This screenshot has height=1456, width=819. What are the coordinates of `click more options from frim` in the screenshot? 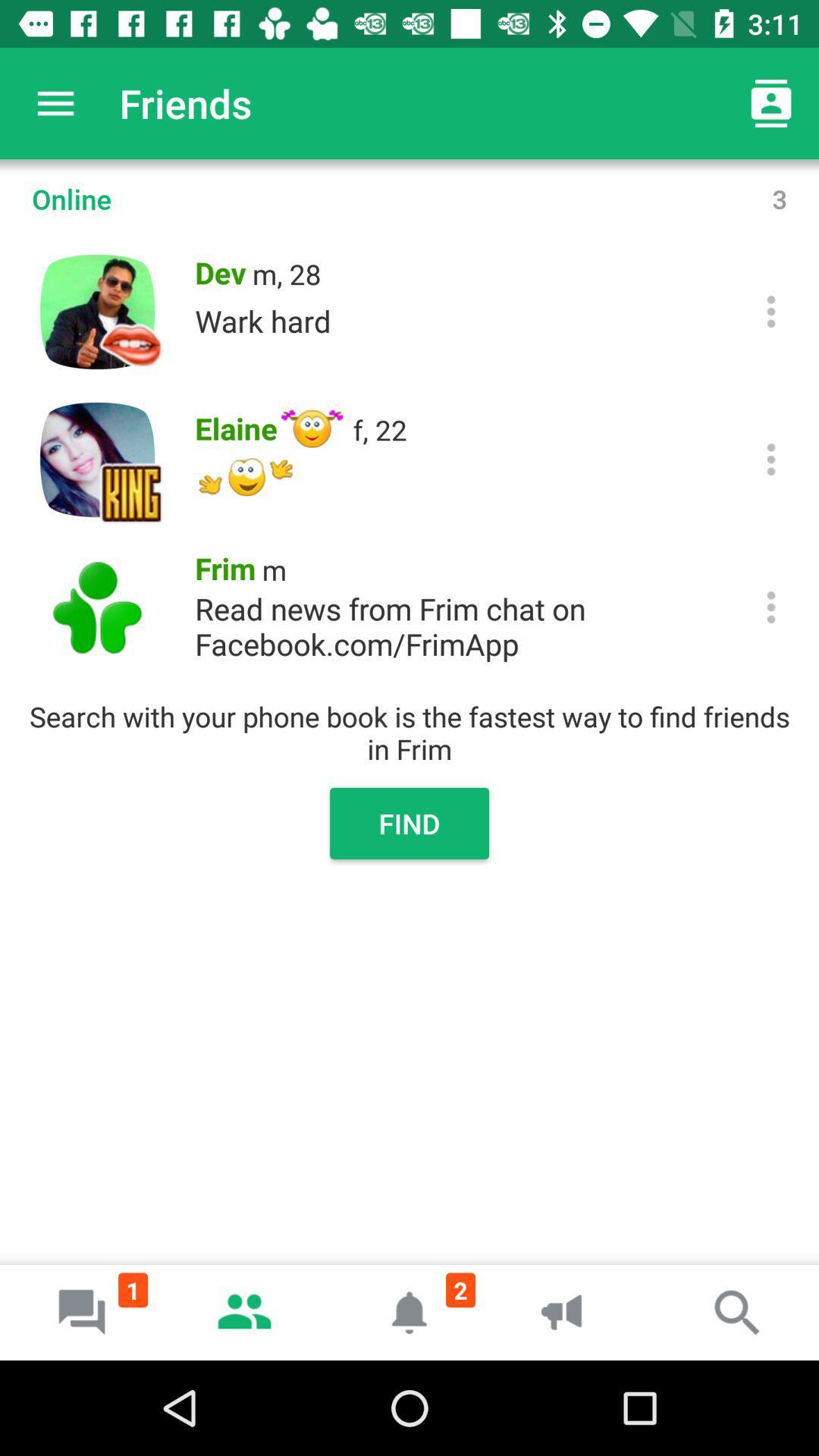 It's located at (771, 607).